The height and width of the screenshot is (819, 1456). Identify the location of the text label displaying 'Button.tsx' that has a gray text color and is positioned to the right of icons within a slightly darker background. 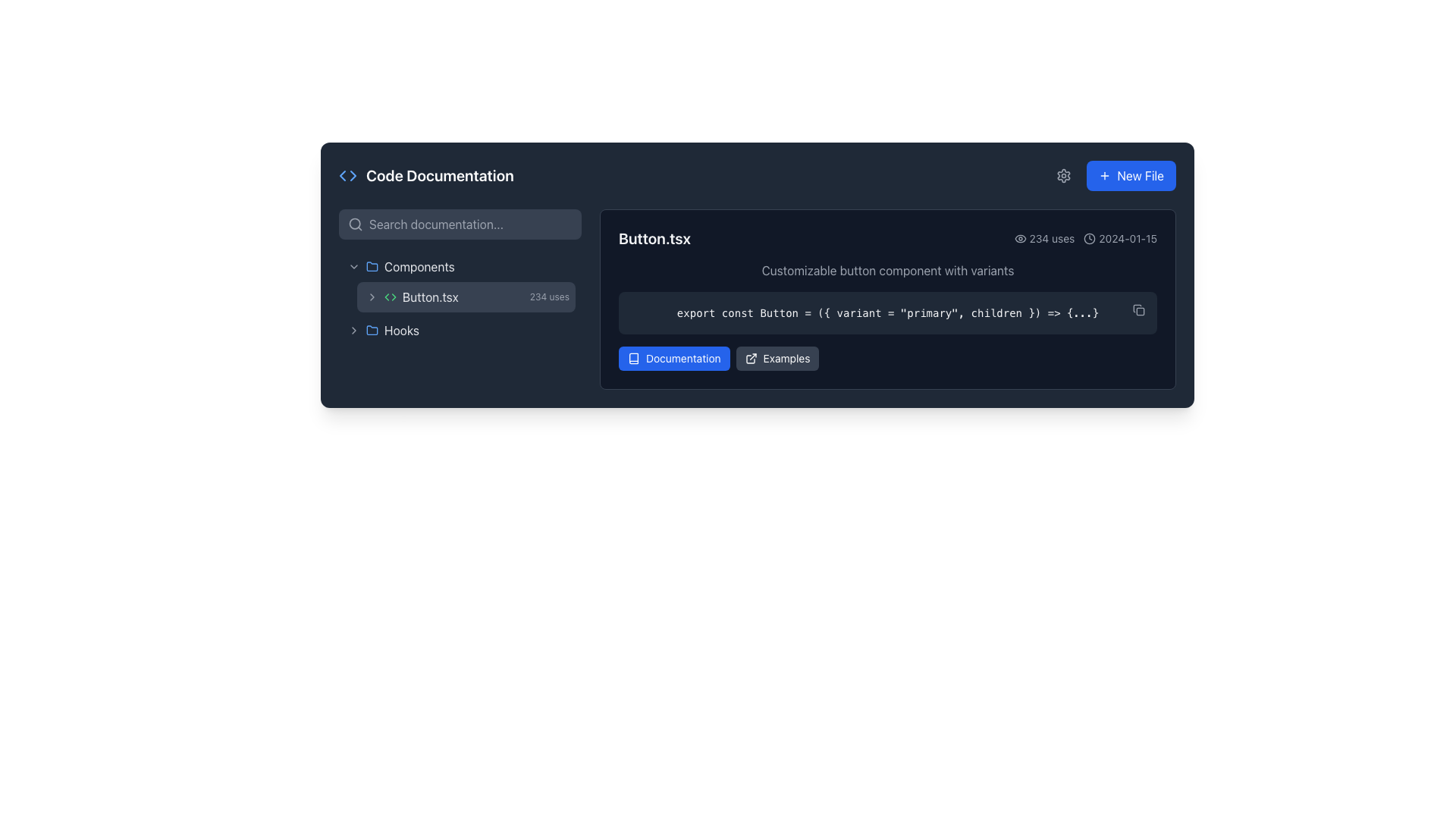
(429, 297).